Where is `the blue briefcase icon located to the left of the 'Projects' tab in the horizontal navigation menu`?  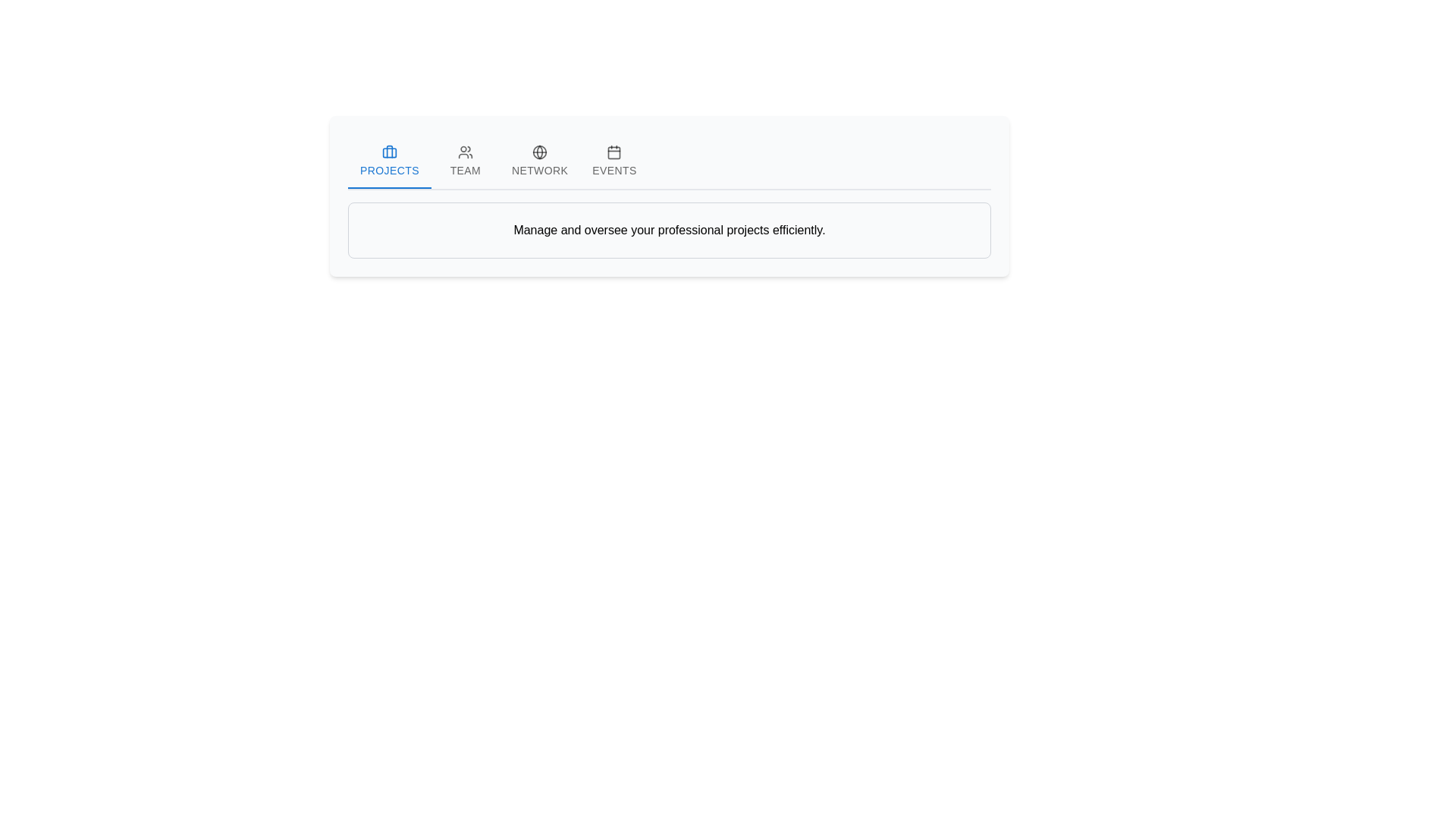
the blue briefcase icon located to the left of the 'Projects' tab in the horizontal navigation menu is located at coordinates (389, 152).